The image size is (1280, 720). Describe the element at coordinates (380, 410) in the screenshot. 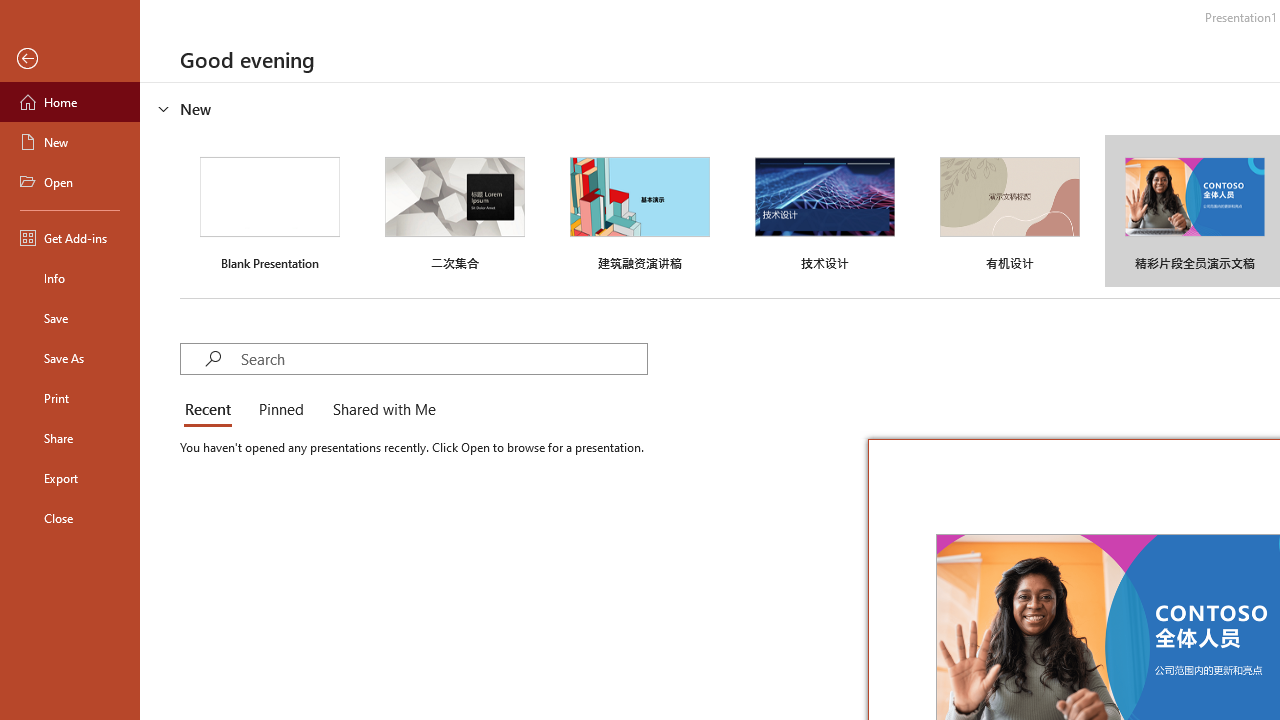

I see `'Shared with Me'` at that location.